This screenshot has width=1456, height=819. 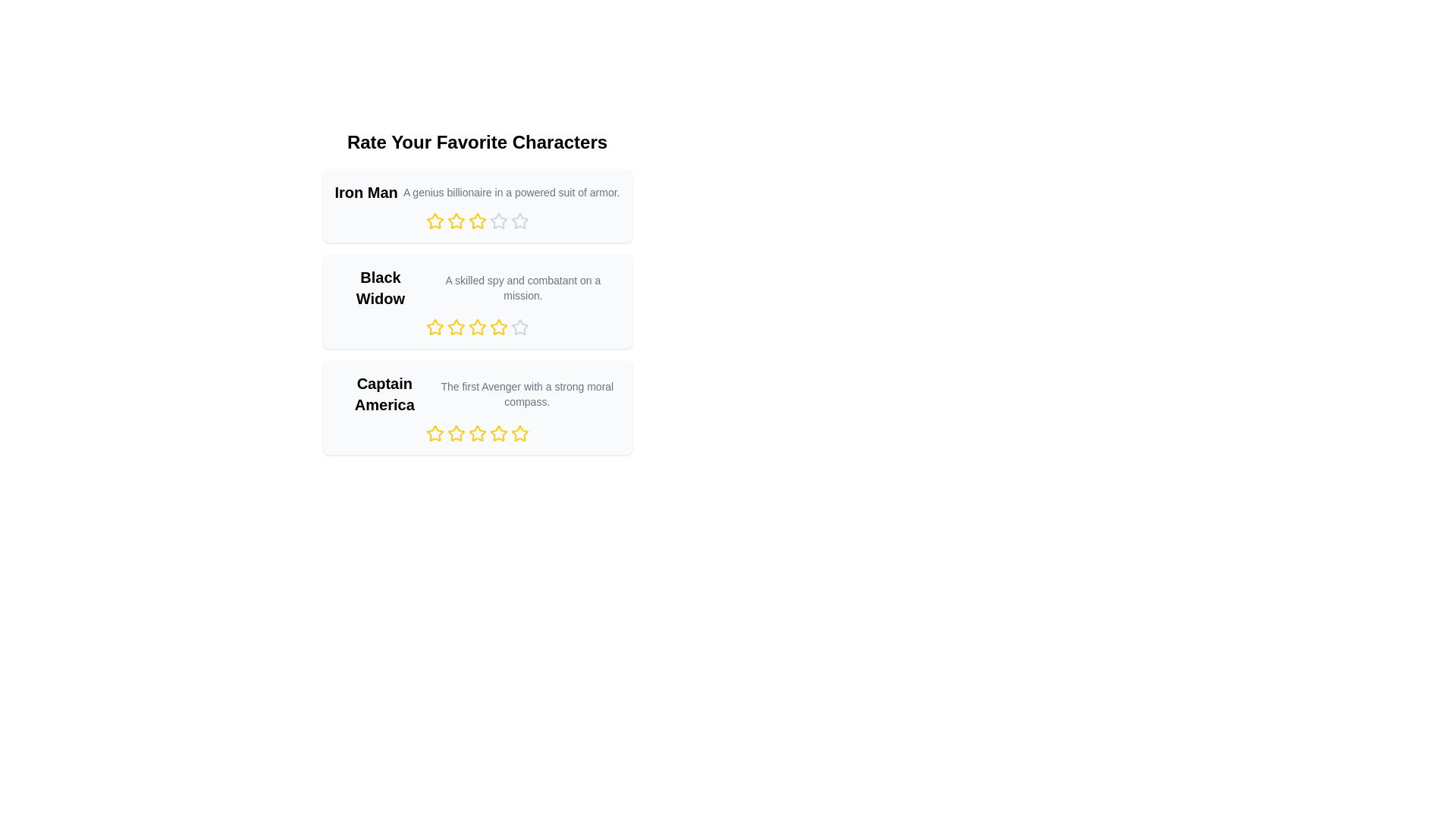 What do you see at coordinates (476, 192) in the screenshot?
I see `the text block containing the title 'Iron Man' and the description 'A genius billionaire in a powered suit of armor.' which is the first in the list of character descriptions` at bounding box center [476, 192].